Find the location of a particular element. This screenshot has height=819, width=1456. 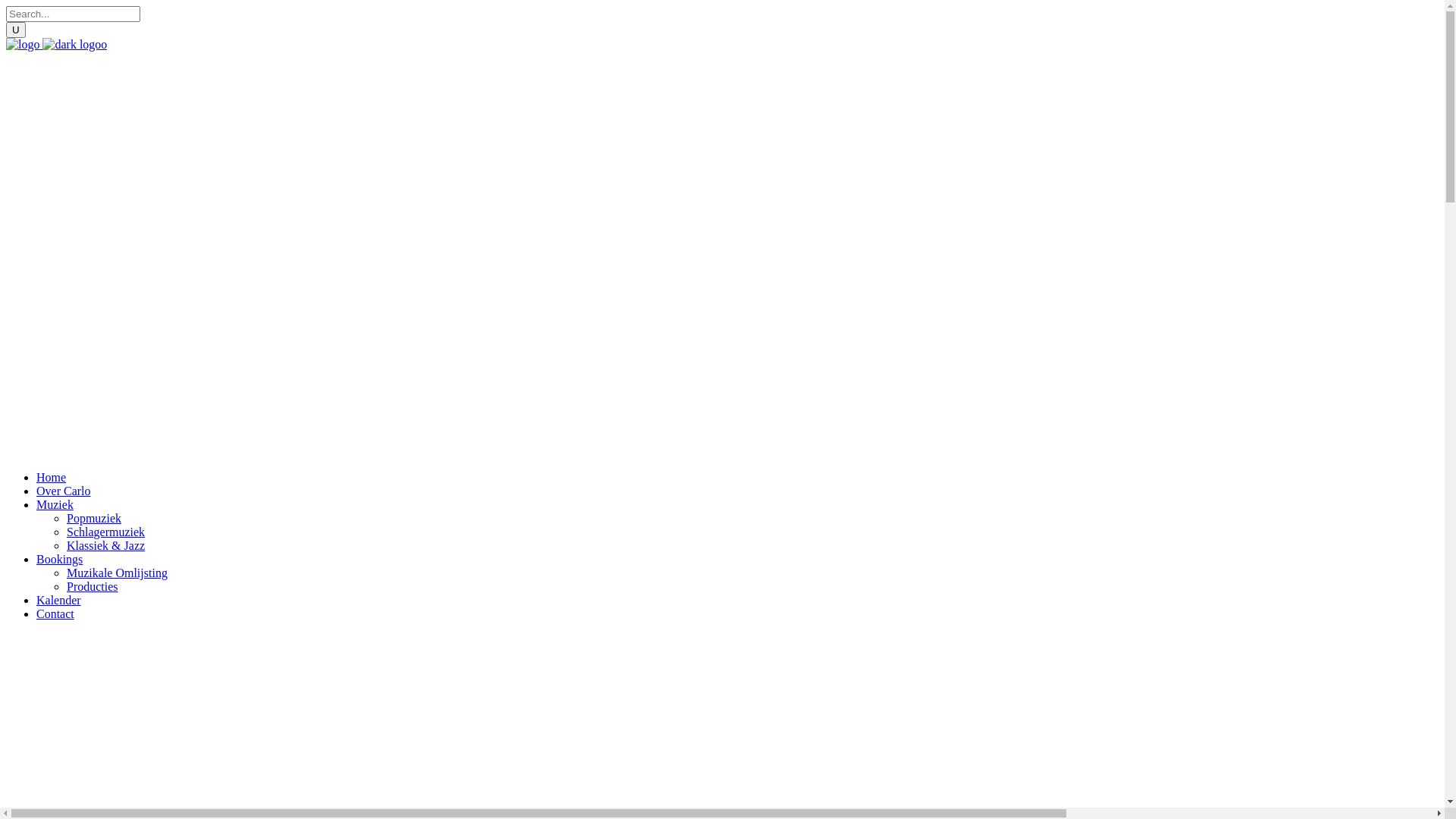

'Producties' is located at coordinates (91, 585).